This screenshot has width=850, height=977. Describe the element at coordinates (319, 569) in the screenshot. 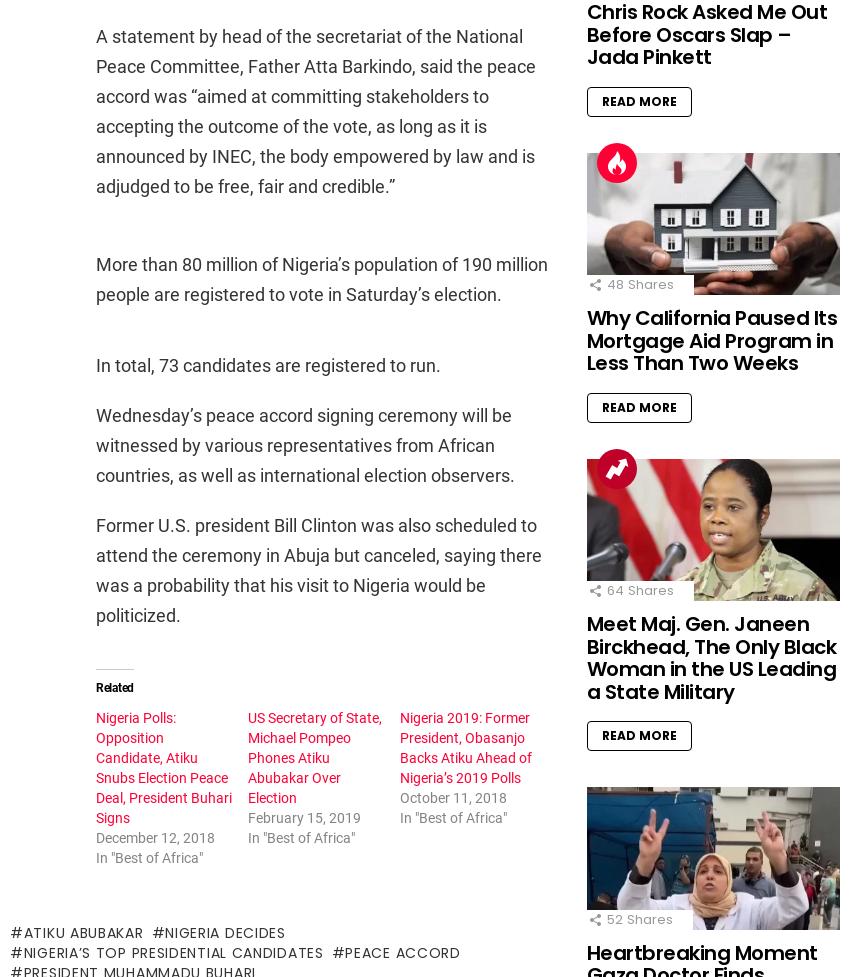

I see `'Former U.S. president Bill Clinton was also scheduled to attend the ceremony in Abuja but canceled, saying there was a probability that his visit to Nigeria would be politicized.'` at that location.